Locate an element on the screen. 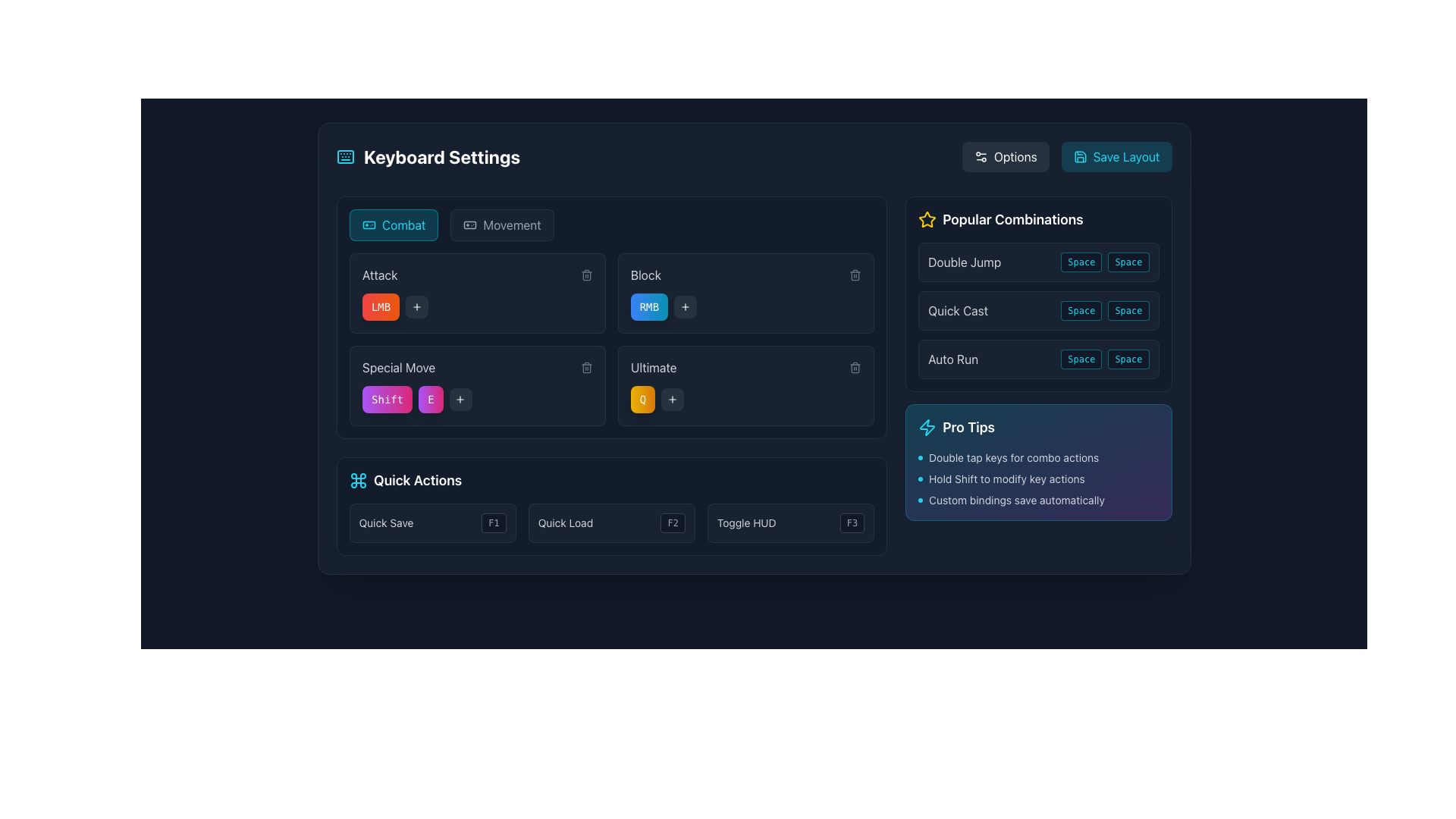  the keyboard shortcut label element styled with a dark gray background and containing the text 'F1' is located at coordinates (494, 522).